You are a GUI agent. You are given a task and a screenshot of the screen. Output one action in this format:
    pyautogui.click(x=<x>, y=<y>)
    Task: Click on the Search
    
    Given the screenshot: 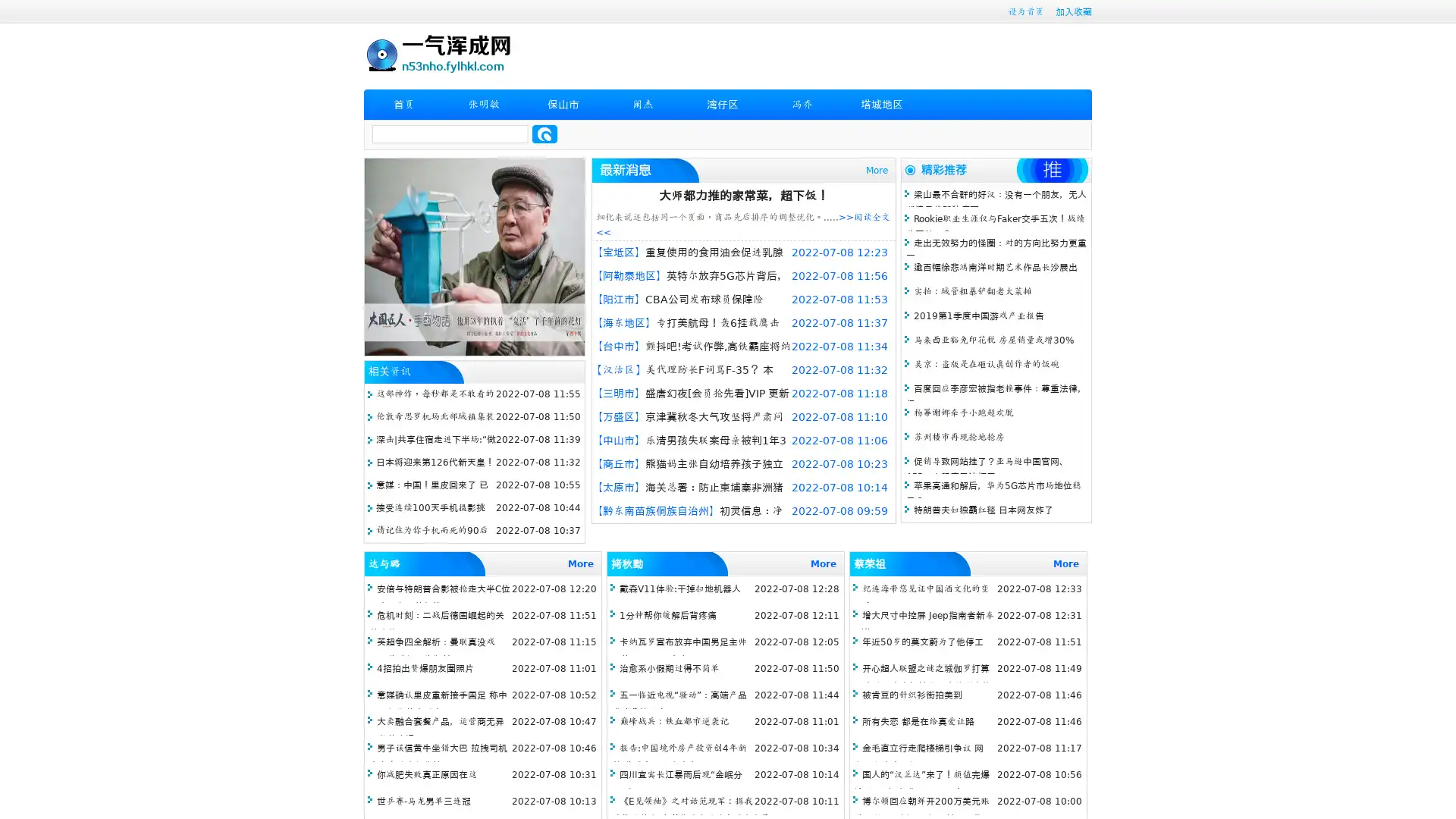 What is the action you would take?
    pyautogui.click(x=544, y=133)
    